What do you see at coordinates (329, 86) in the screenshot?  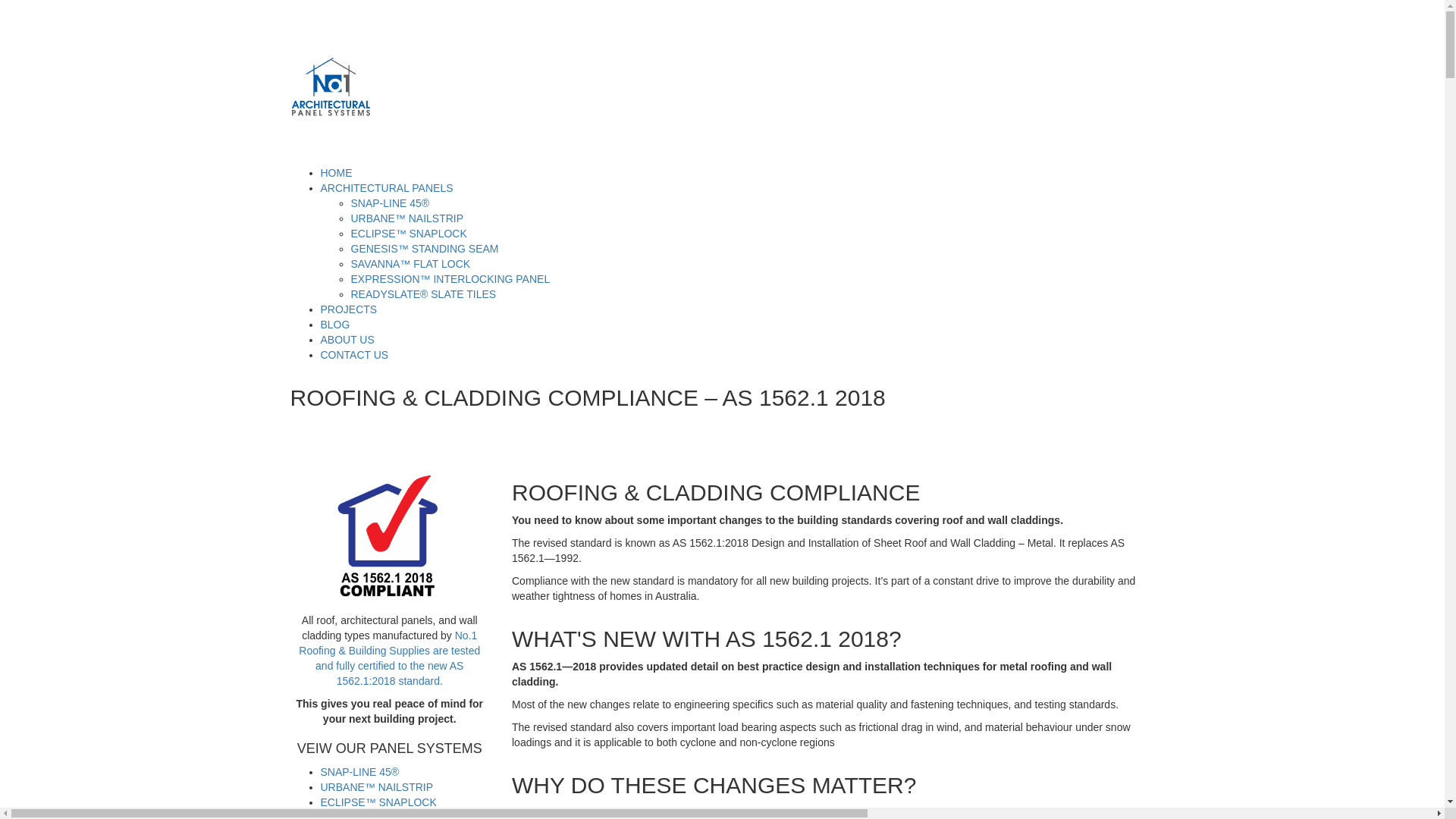 I see `'There is no equivalent'` at bounding box center [329, 86].